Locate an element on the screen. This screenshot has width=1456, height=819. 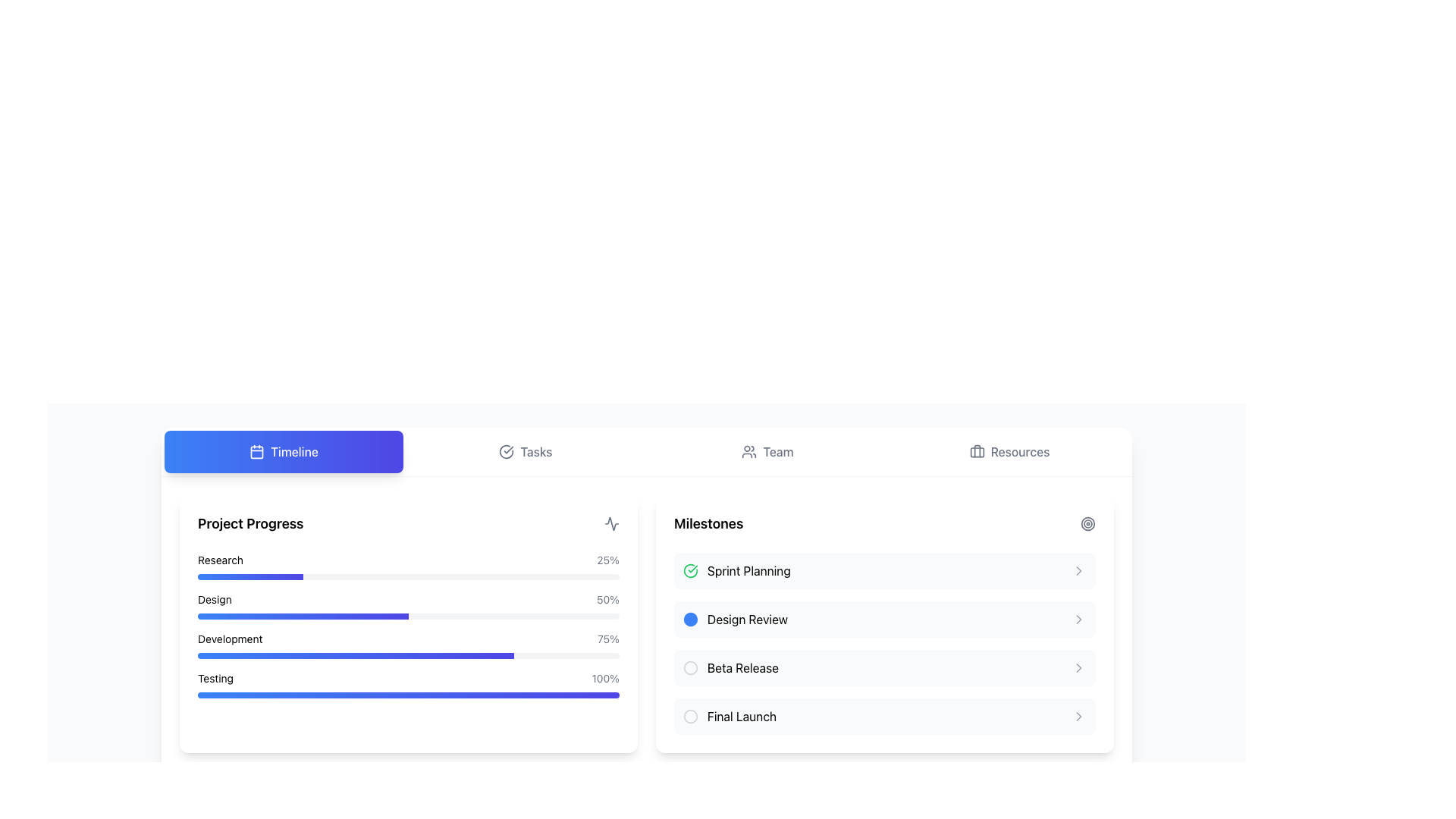
the third milestone label with icon in the 'Milestones' section is located at coordinates (731, 667).